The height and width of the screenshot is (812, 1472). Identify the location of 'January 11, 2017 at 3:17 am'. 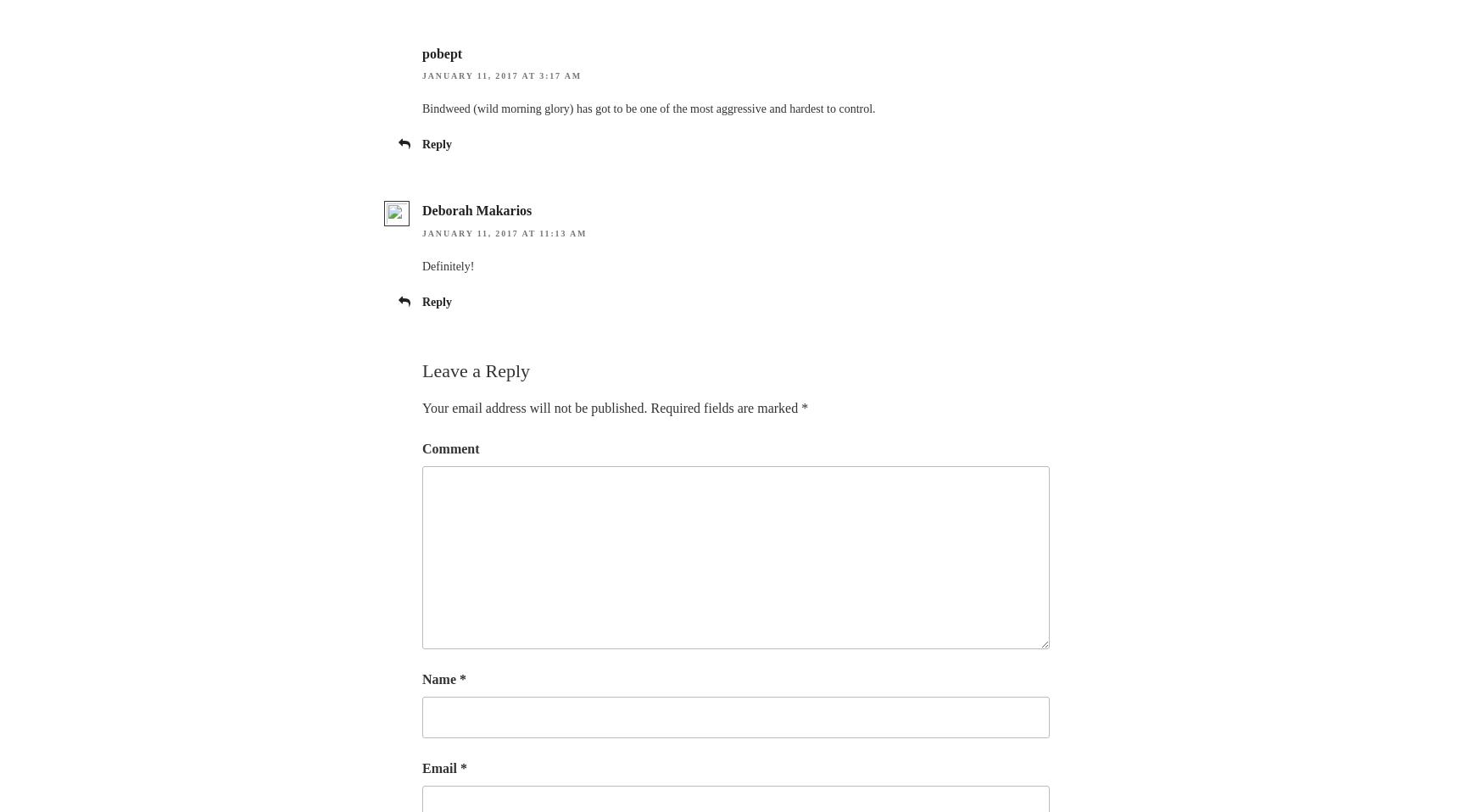
(501, 75).